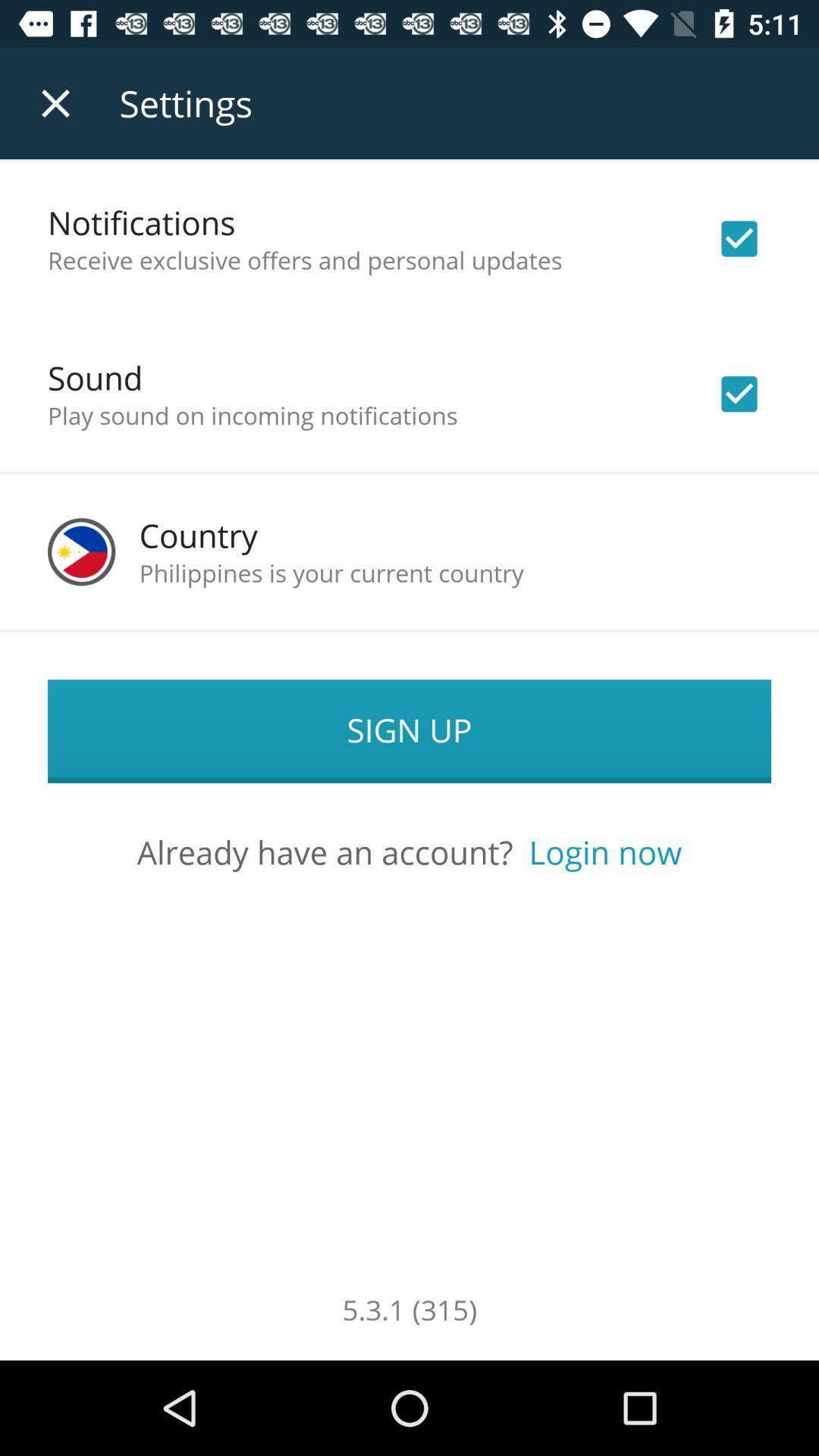 This screenshot has height=1456, width=819. What do you see at coordinates (604, 852) in the screenshot?
I see `the icon to the right of already have an icon` at bounding box center [604, 852].